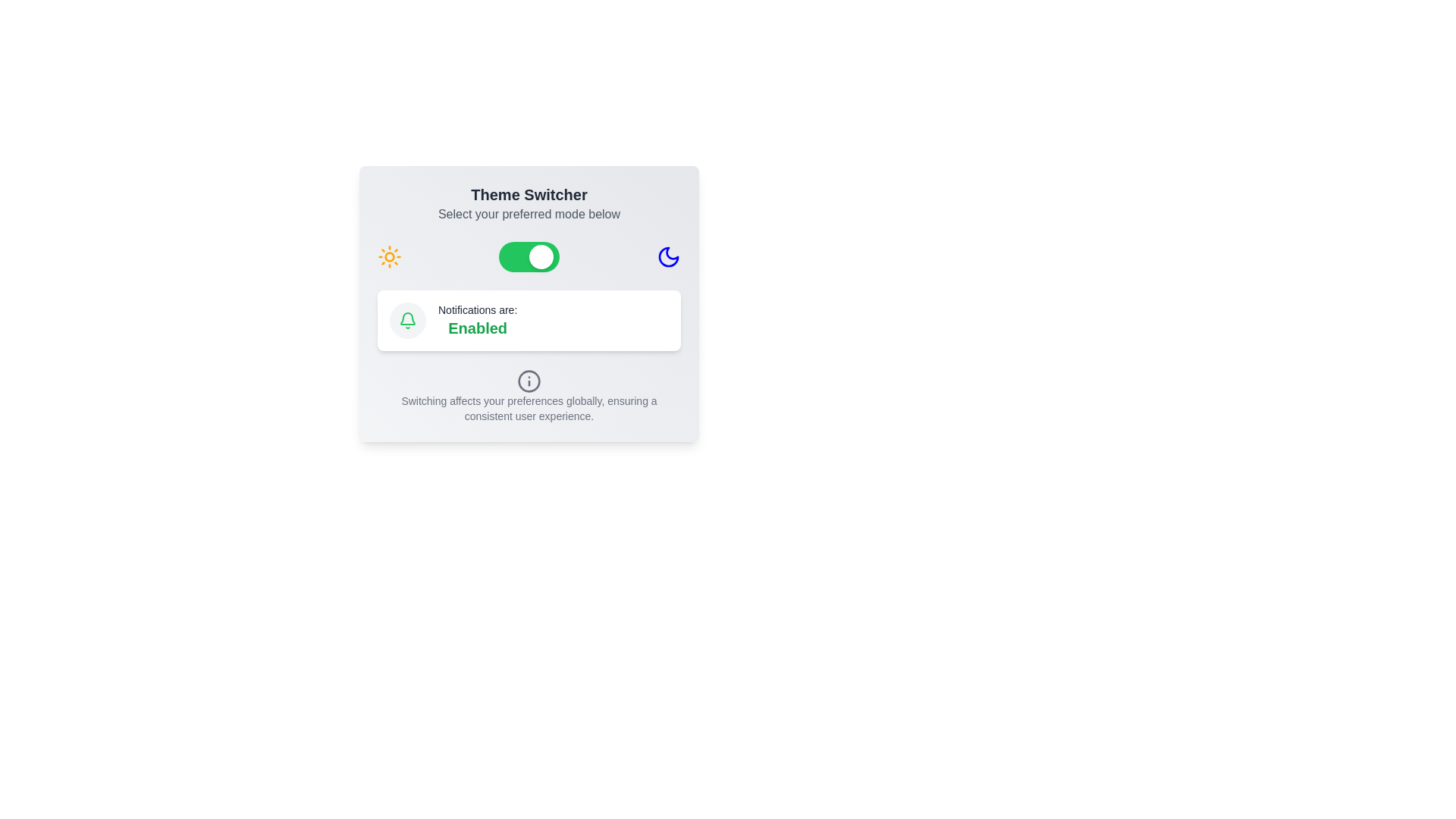 The image size is (1456, 819). Describe the element at coordinates (477, 309) in the screenshot. I see `the descriptive Text label indicating the purpose or current state of the notification settings, located above the 'Enabled' text in the card's layout` at that location.